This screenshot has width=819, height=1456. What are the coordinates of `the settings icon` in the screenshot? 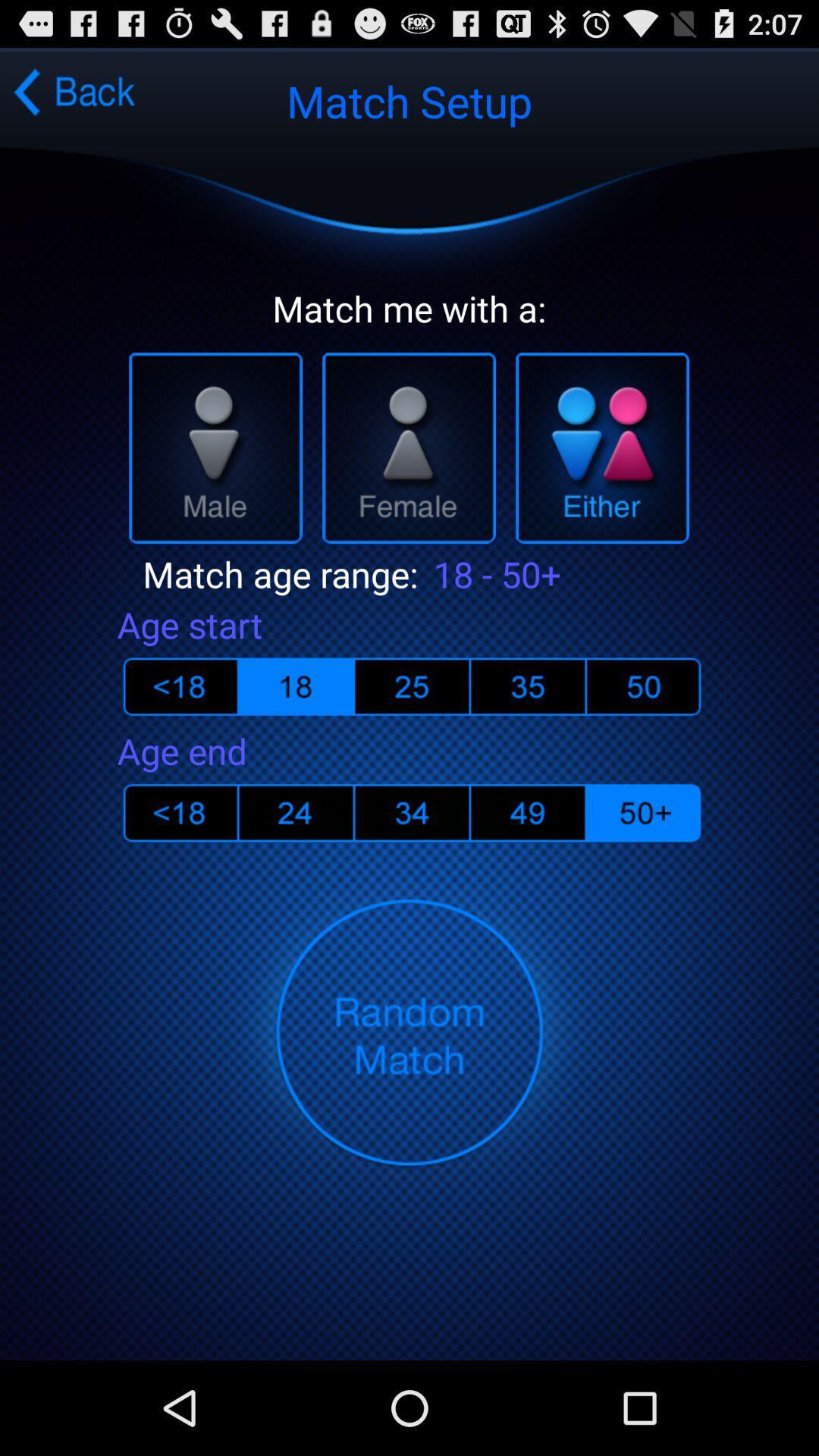 It's located at (648, 872).